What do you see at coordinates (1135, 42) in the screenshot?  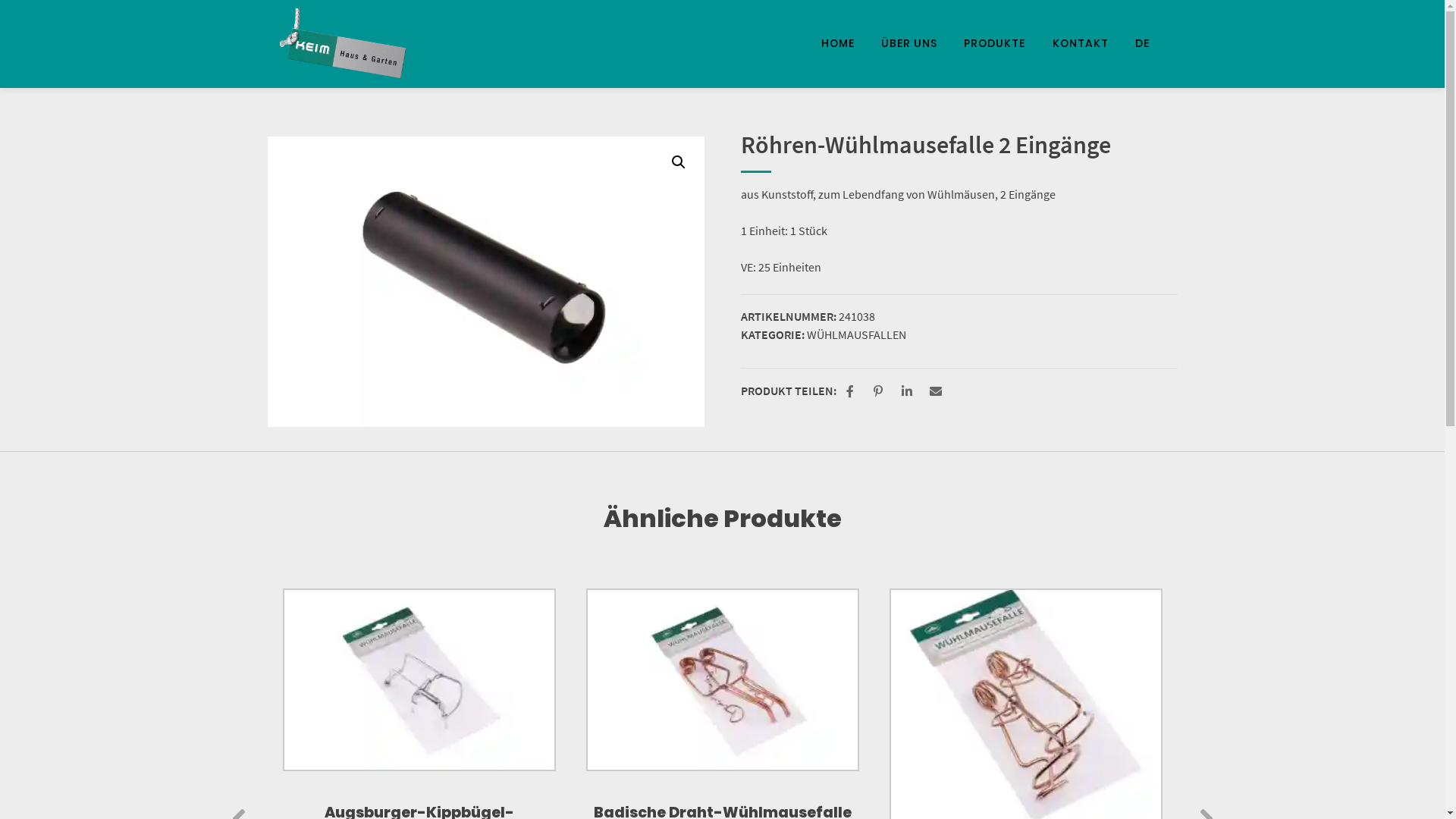 I see `'DE'` at bounding box center [1135, 42].